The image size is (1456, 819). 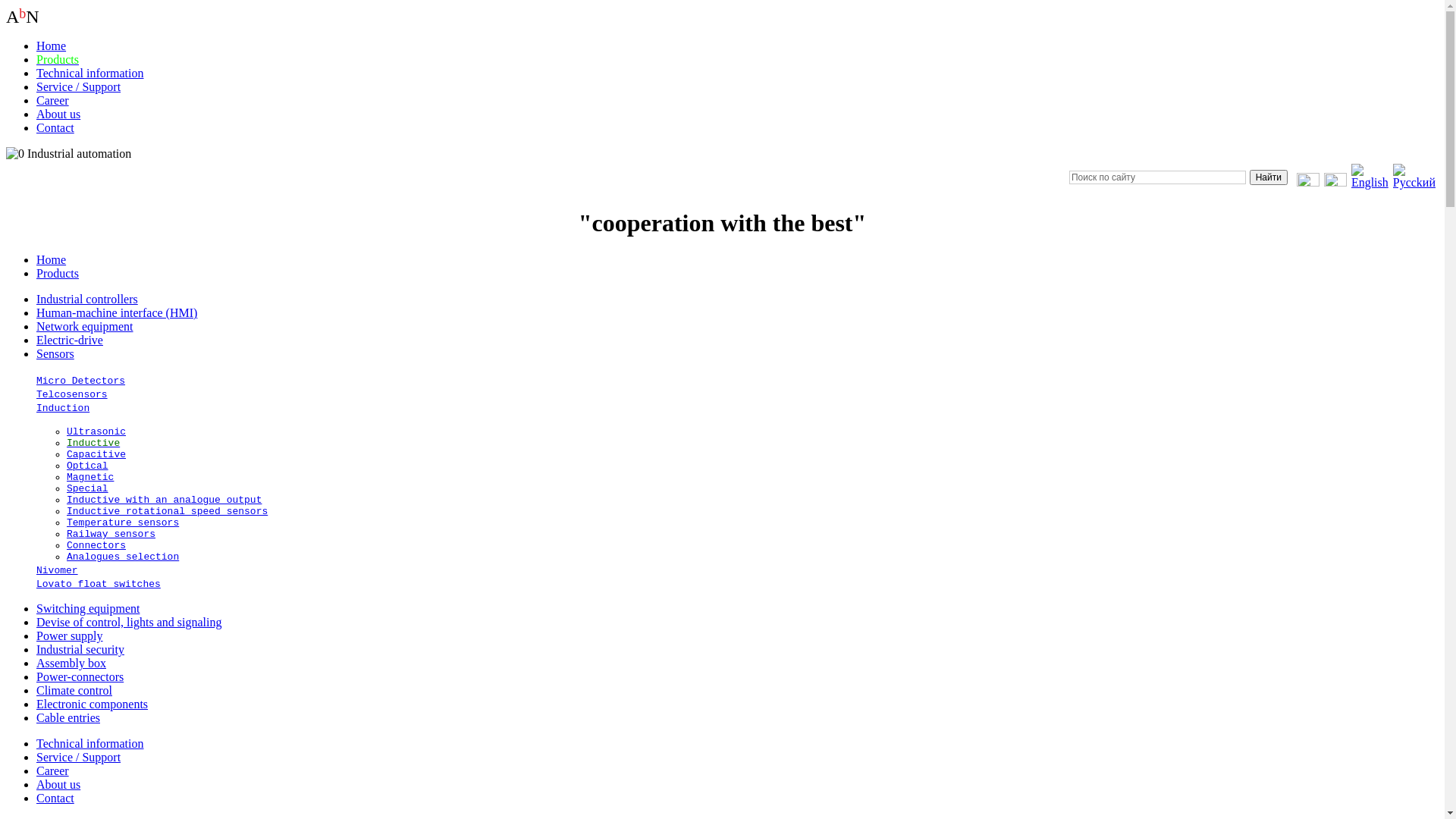 I want to click on 'Products', so click(x=58, y=58).